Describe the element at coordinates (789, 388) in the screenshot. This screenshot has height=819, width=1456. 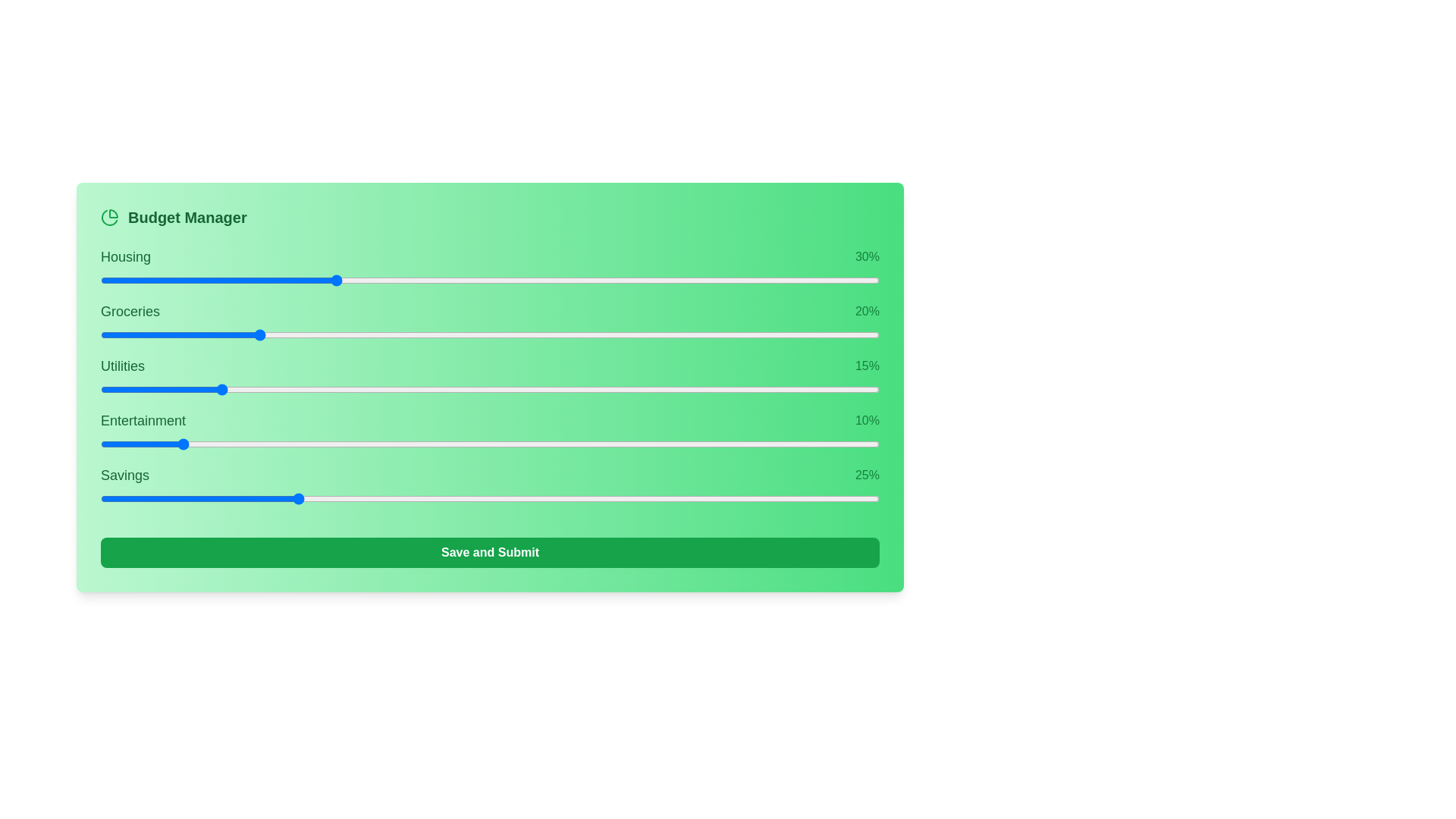
I see `the slider for 2 to 77% allocation` at that location.